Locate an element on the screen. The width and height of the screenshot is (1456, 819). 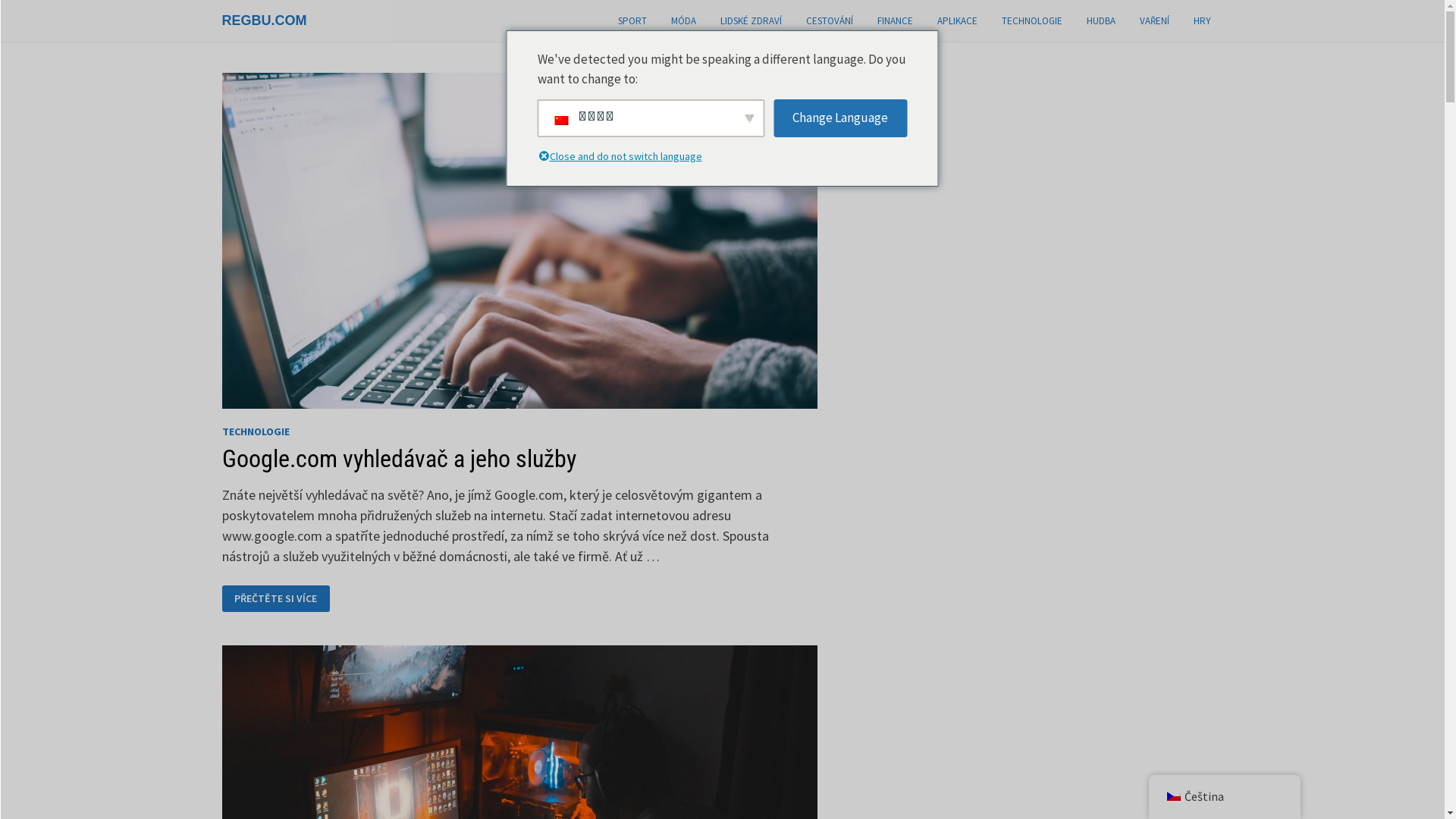
'Change Language' is located at coordinates (839, 117).